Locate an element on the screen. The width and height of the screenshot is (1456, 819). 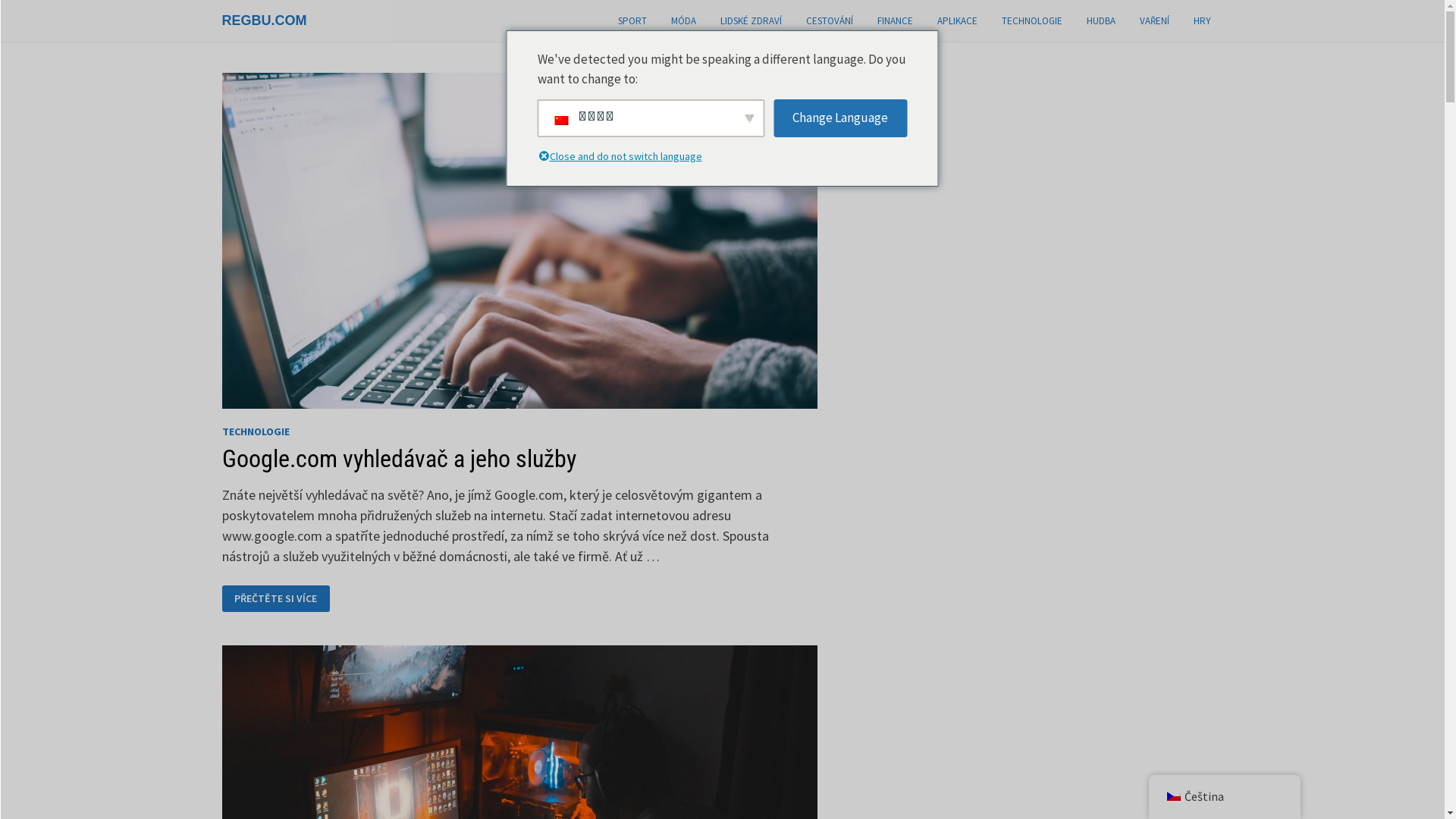
'Change Language' is located at coordinates (839, 117).